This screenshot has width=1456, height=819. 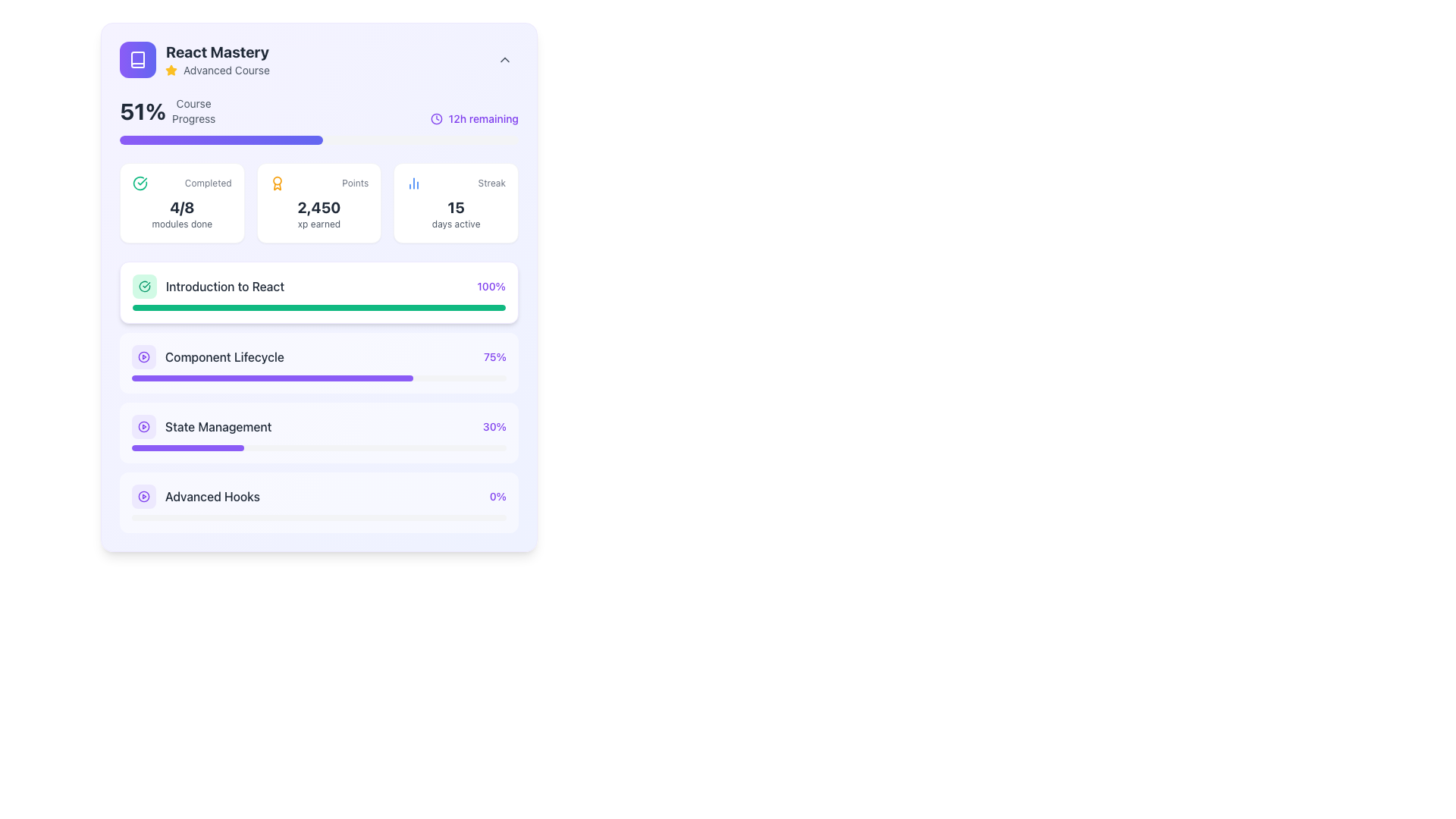 What do you see at coordinates (277, 183) in the screenshot?
I see `the 'Points' icon, which visually represents the concept of 'Points' and is located to the left of the numerical value under the course progress section` at bounding box center [277, 183].